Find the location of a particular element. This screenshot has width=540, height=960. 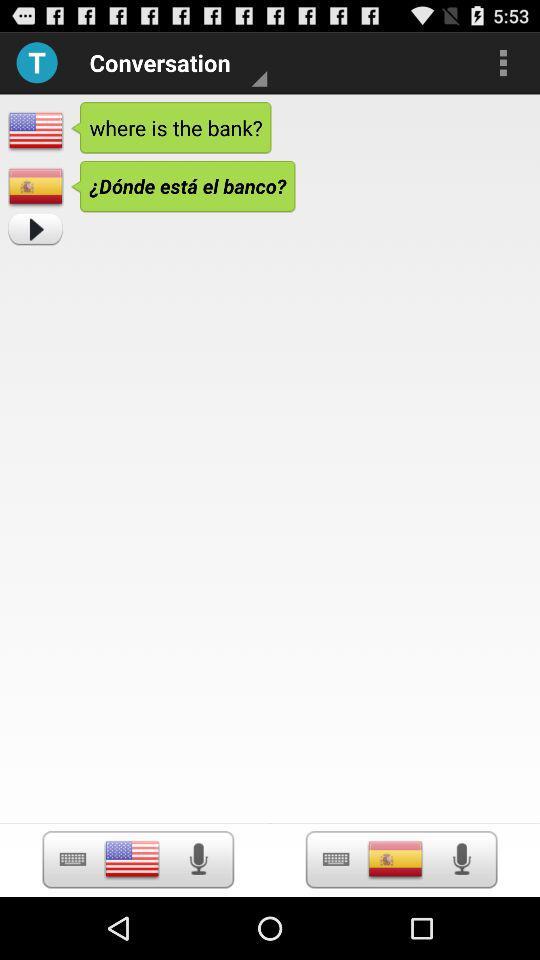

button is located at coordinates (336, 858).